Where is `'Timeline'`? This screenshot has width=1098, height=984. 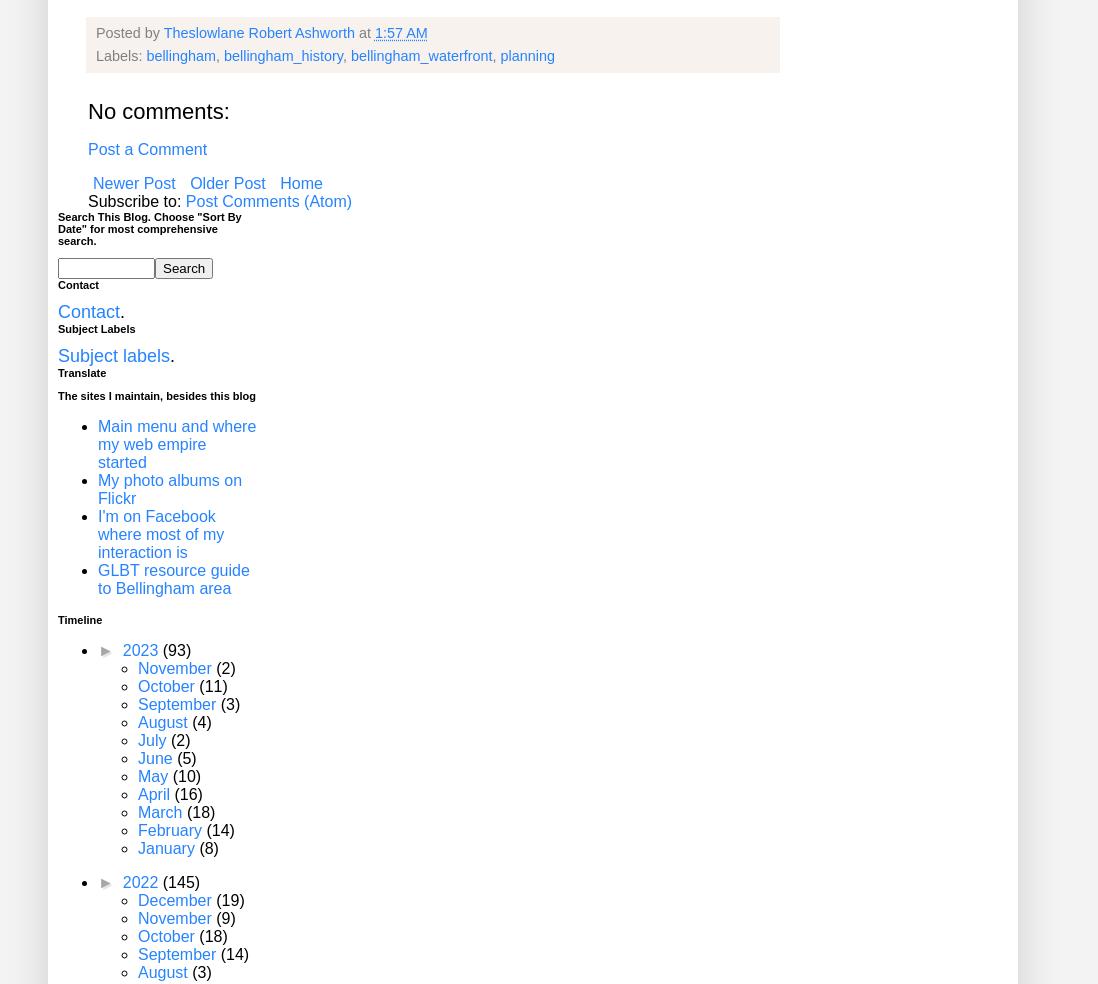 'Timeline' is located at coordinates (79, 620).